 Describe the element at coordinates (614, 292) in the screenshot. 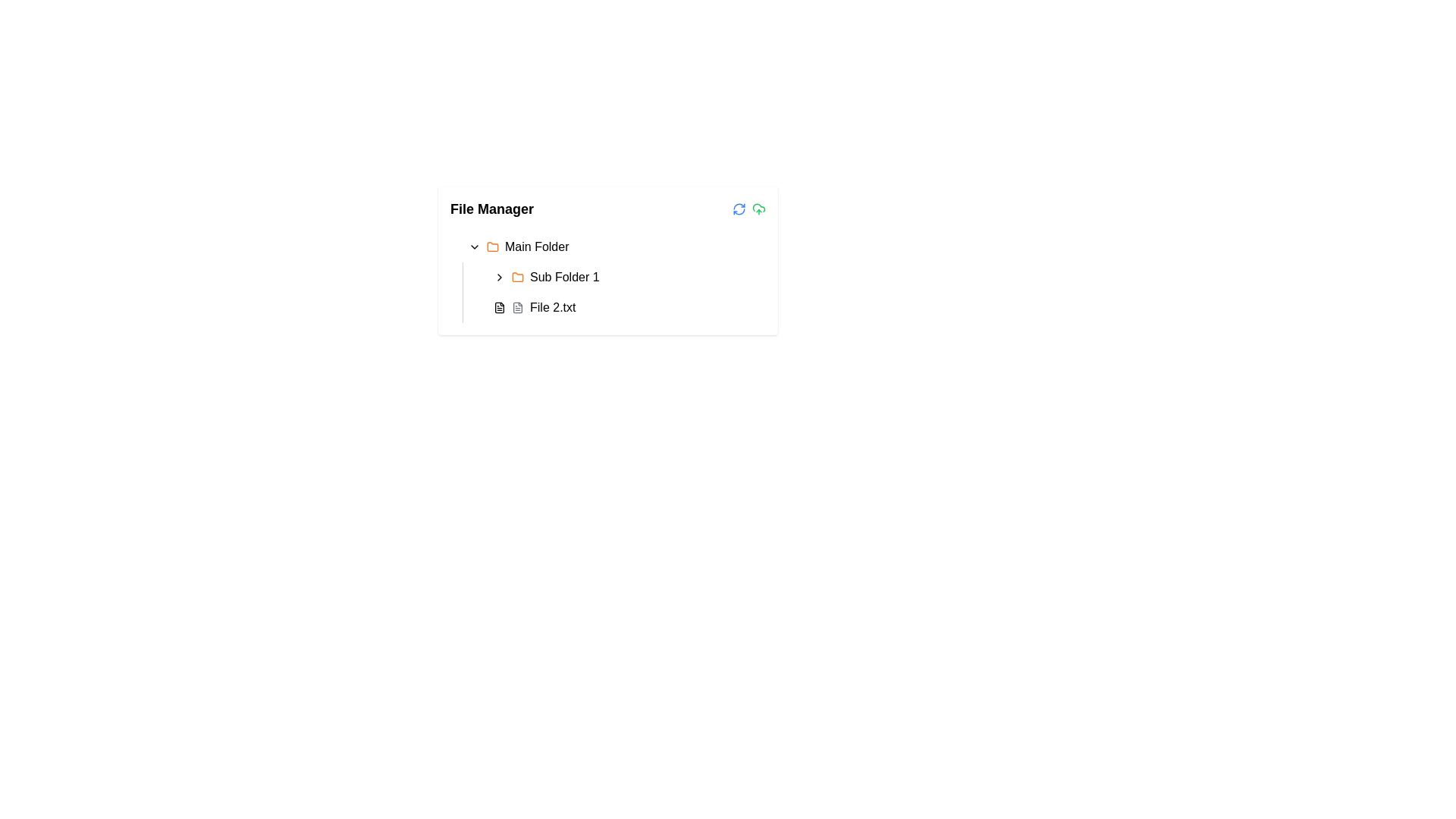

I see `the 'Sub Folder 1' entry` at that location.